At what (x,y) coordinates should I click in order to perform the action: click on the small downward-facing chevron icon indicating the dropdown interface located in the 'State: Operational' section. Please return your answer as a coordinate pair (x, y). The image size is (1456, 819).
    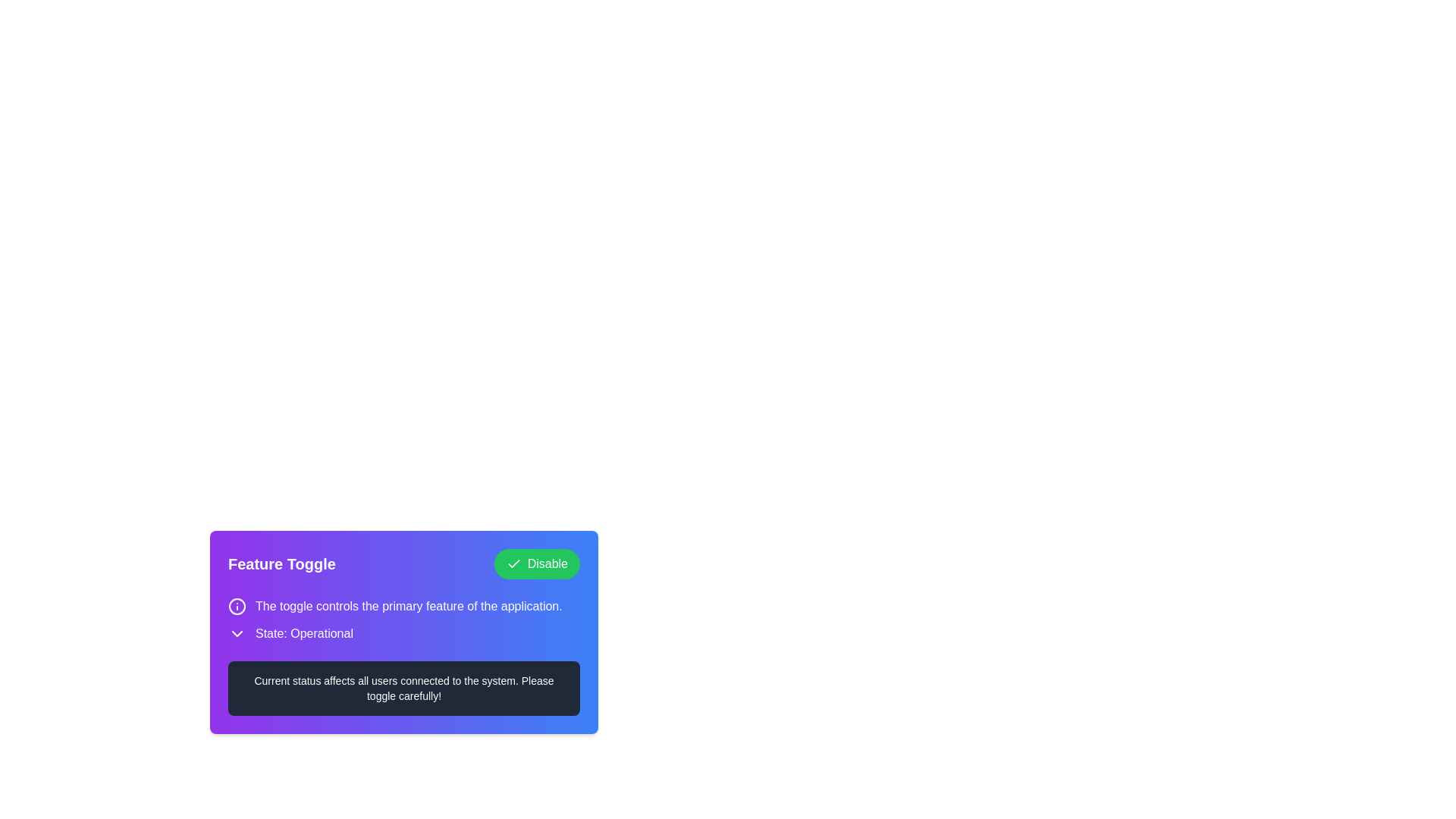
    Looking at the image, I should click on (236, 634).